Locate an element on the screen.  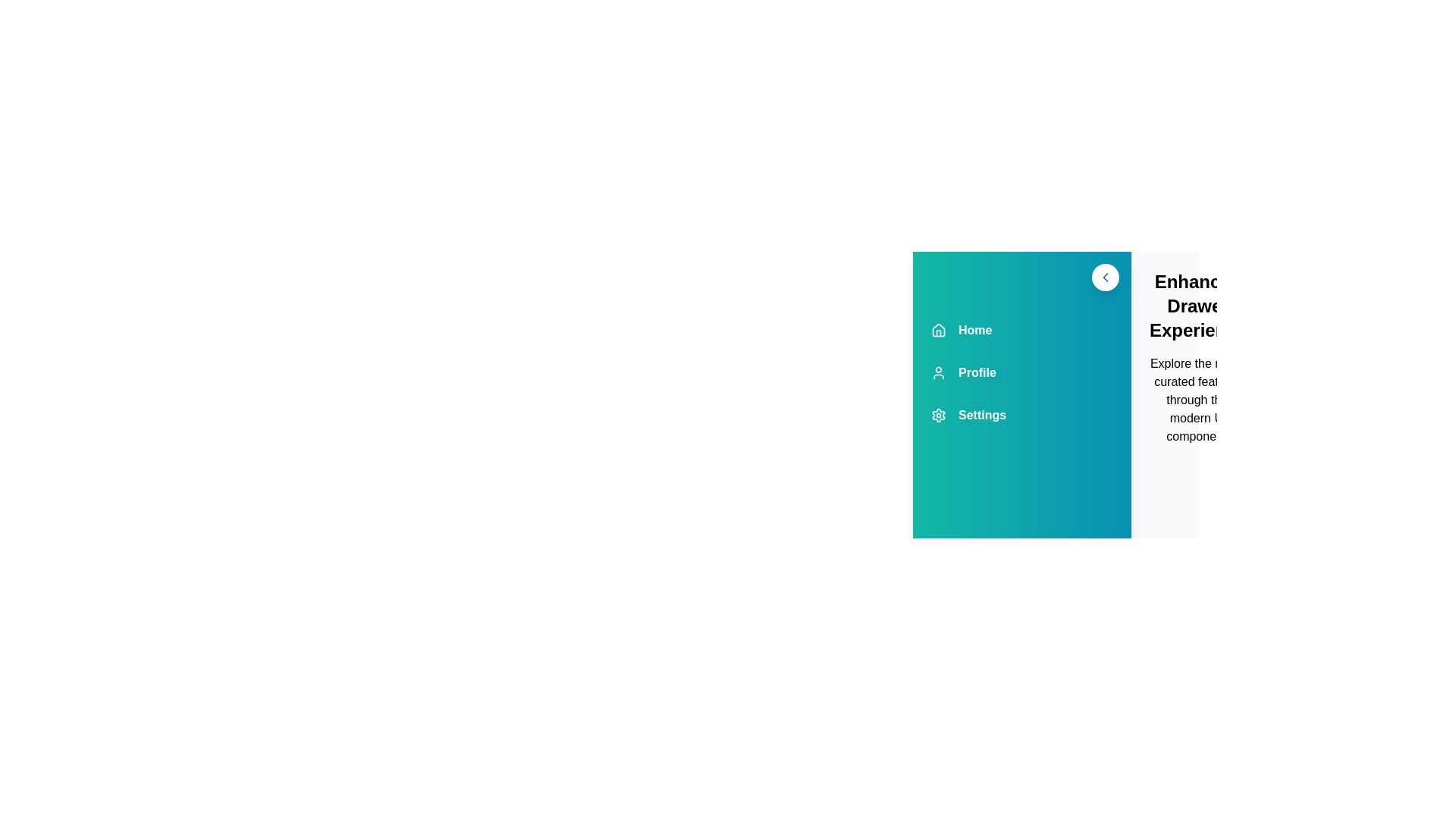
the navigation item Settings to preview its interaction is located at coordinates (1022, 415).